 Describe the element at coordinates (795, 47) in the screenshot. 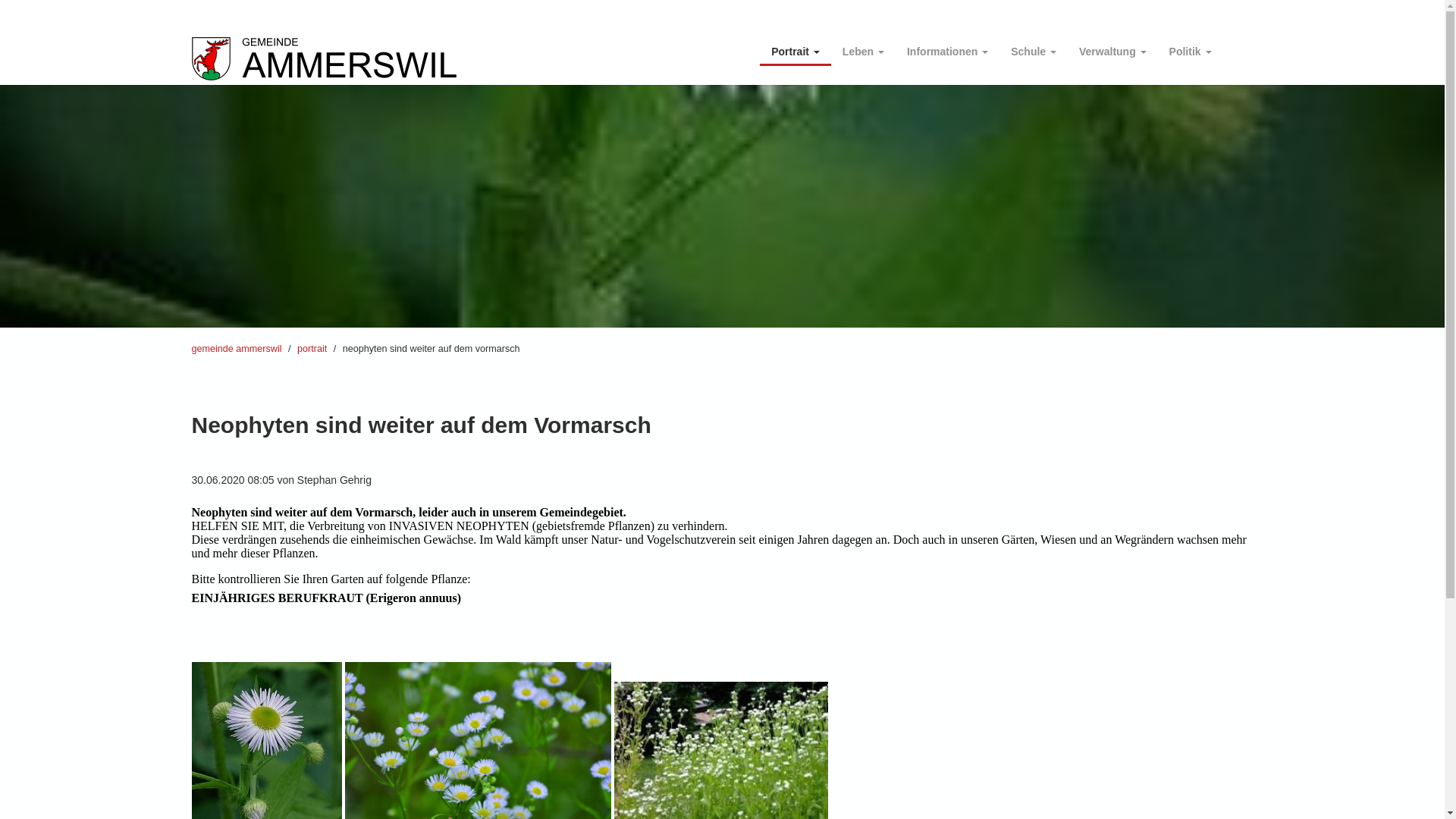

I see `'Portrait'` at that location.